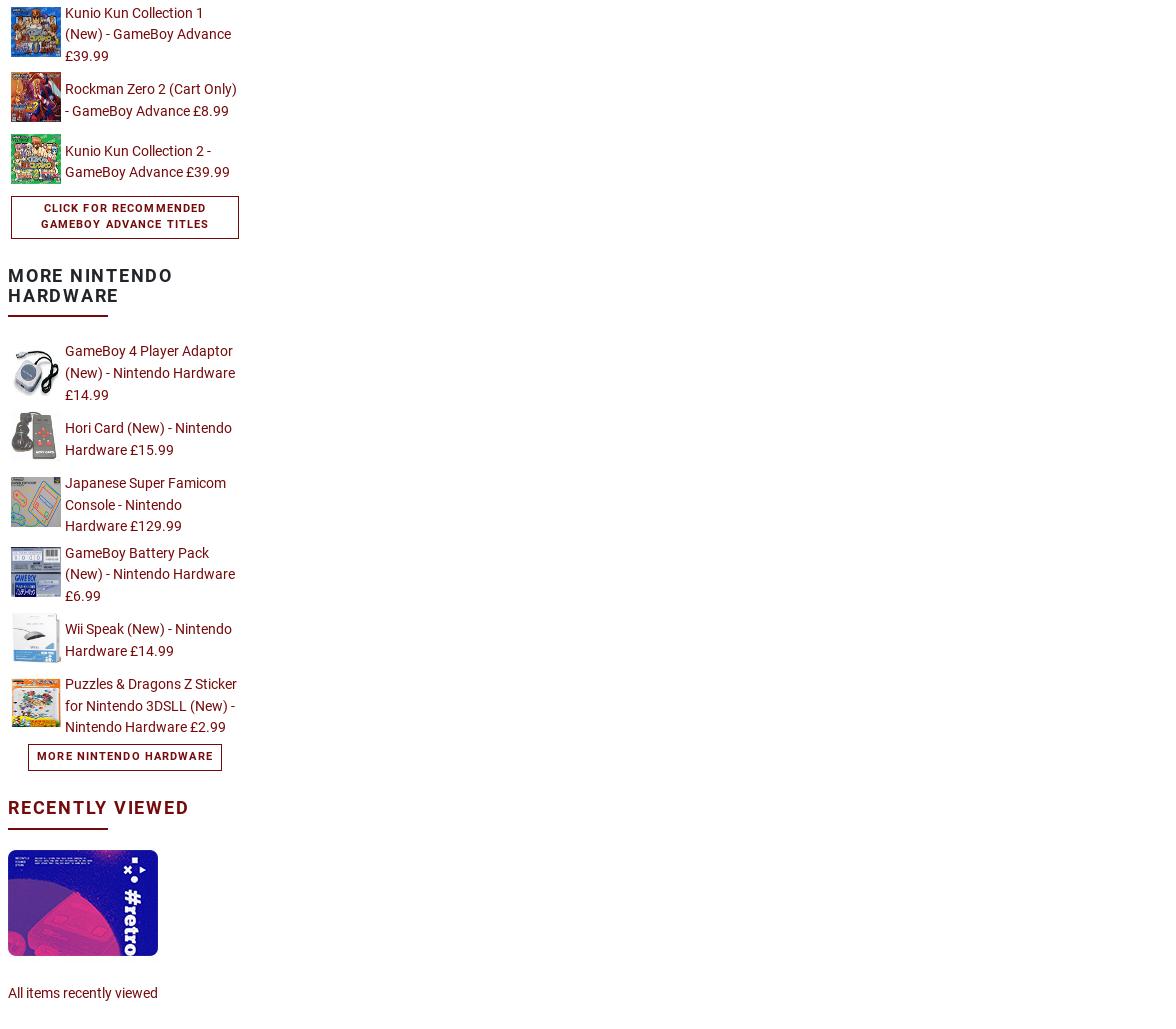  Describe the element at coordinates (148, 33) in the screenshot. I see `'Kunio Kun Collection 1 (New) - GameBoy Advance £39.99'` at that location.